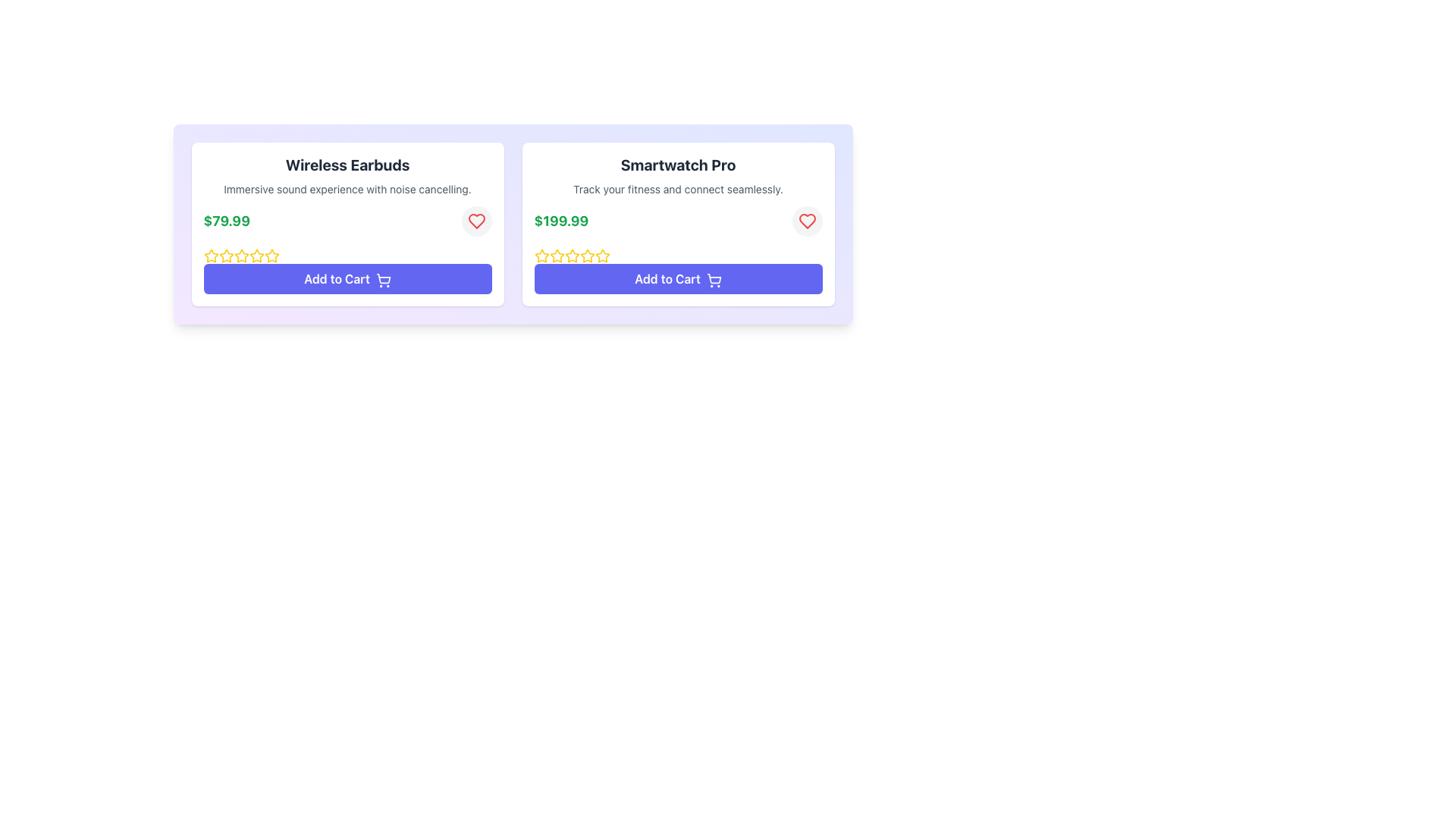 Image resolution: width=1456 pixels, height=819 pixels. Describe the element at coordinates (571, 255) in the screenshot. I see `the second star icon in the star rating system for 'Smartwatch Pro'` at that location.